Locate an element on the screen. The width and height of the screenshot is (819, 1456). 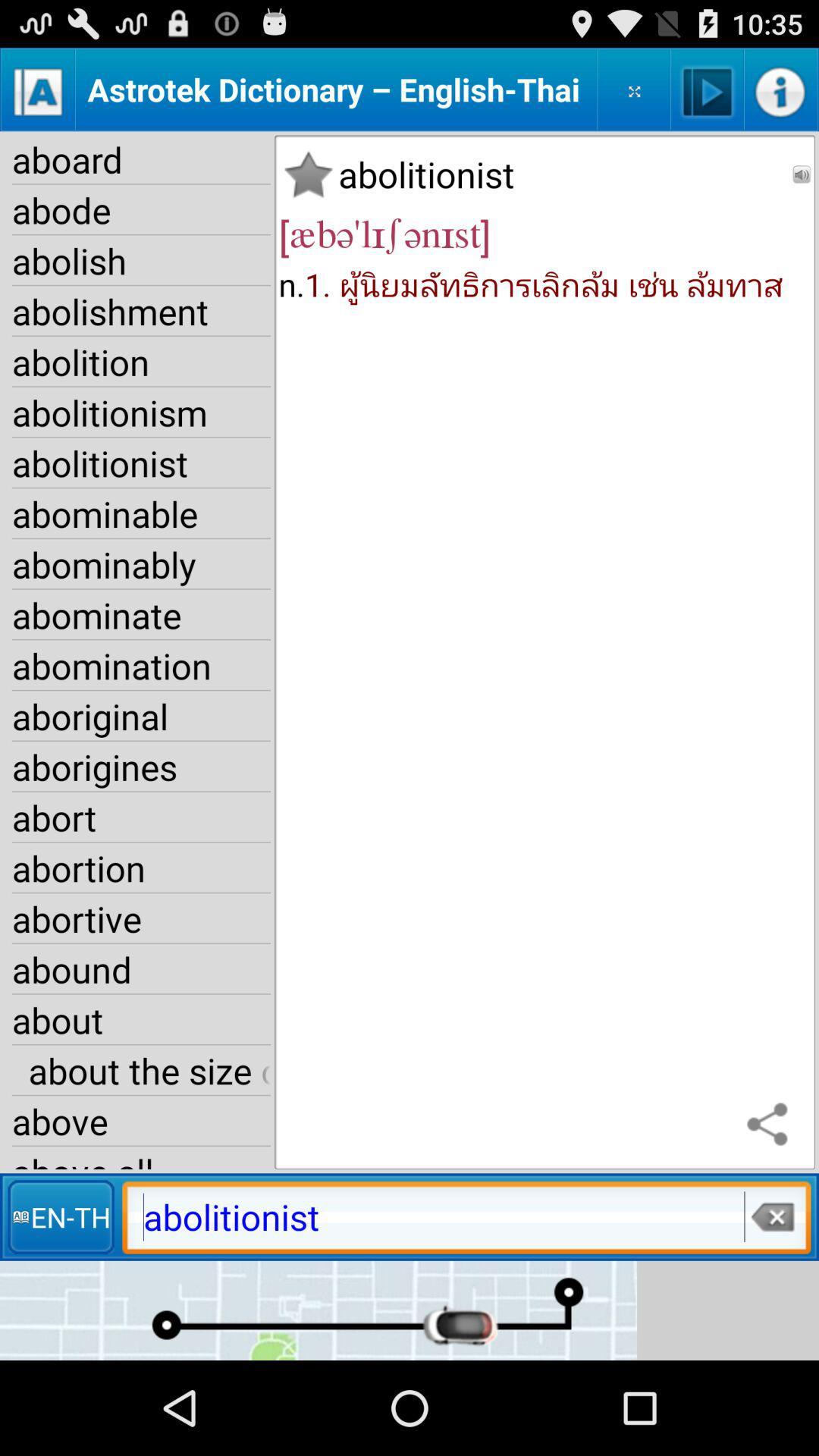
a is located at coordinates (37, 89).